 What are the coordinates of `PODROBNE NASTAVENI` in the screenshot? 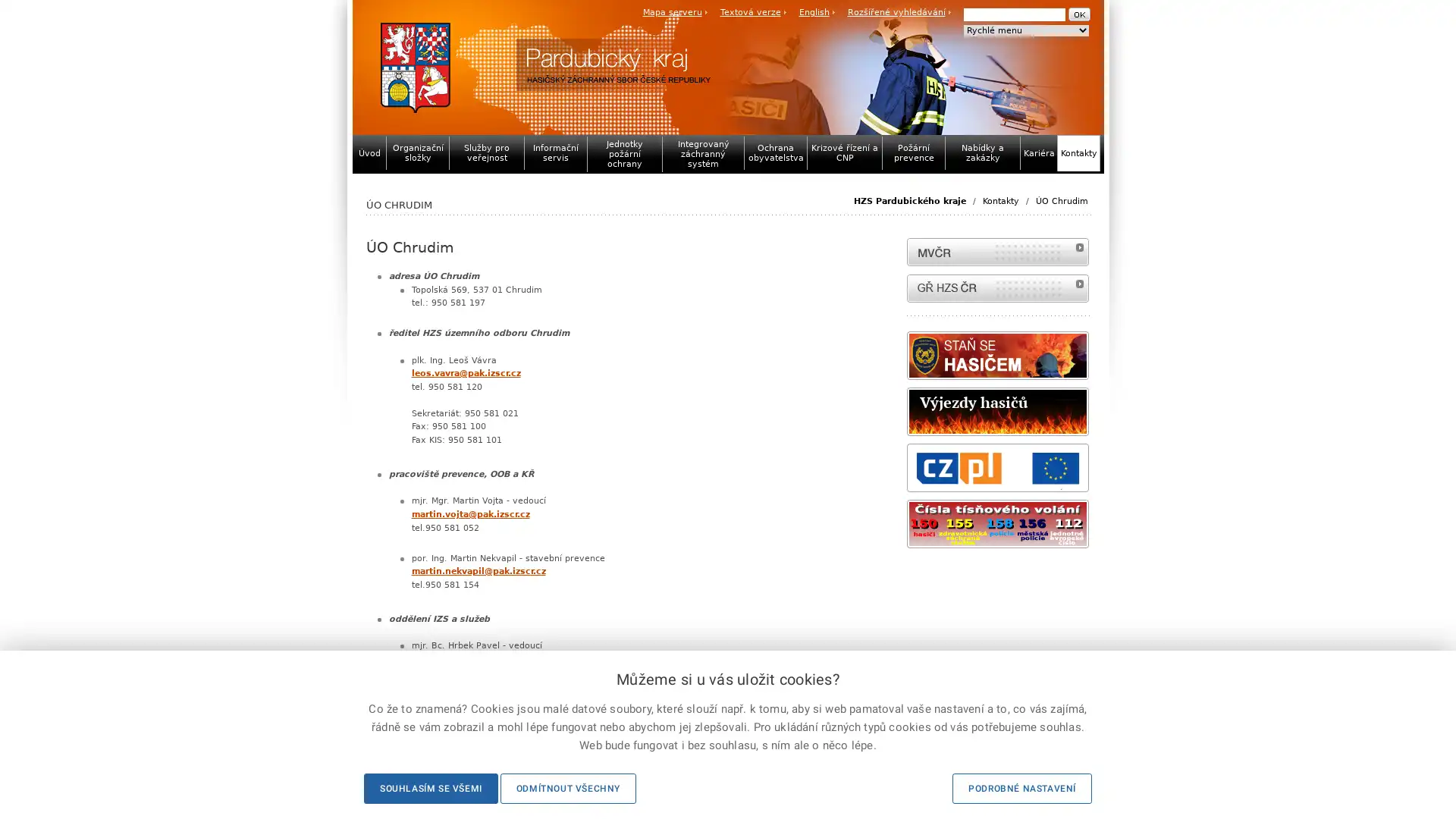 It's located at (1022, 788).